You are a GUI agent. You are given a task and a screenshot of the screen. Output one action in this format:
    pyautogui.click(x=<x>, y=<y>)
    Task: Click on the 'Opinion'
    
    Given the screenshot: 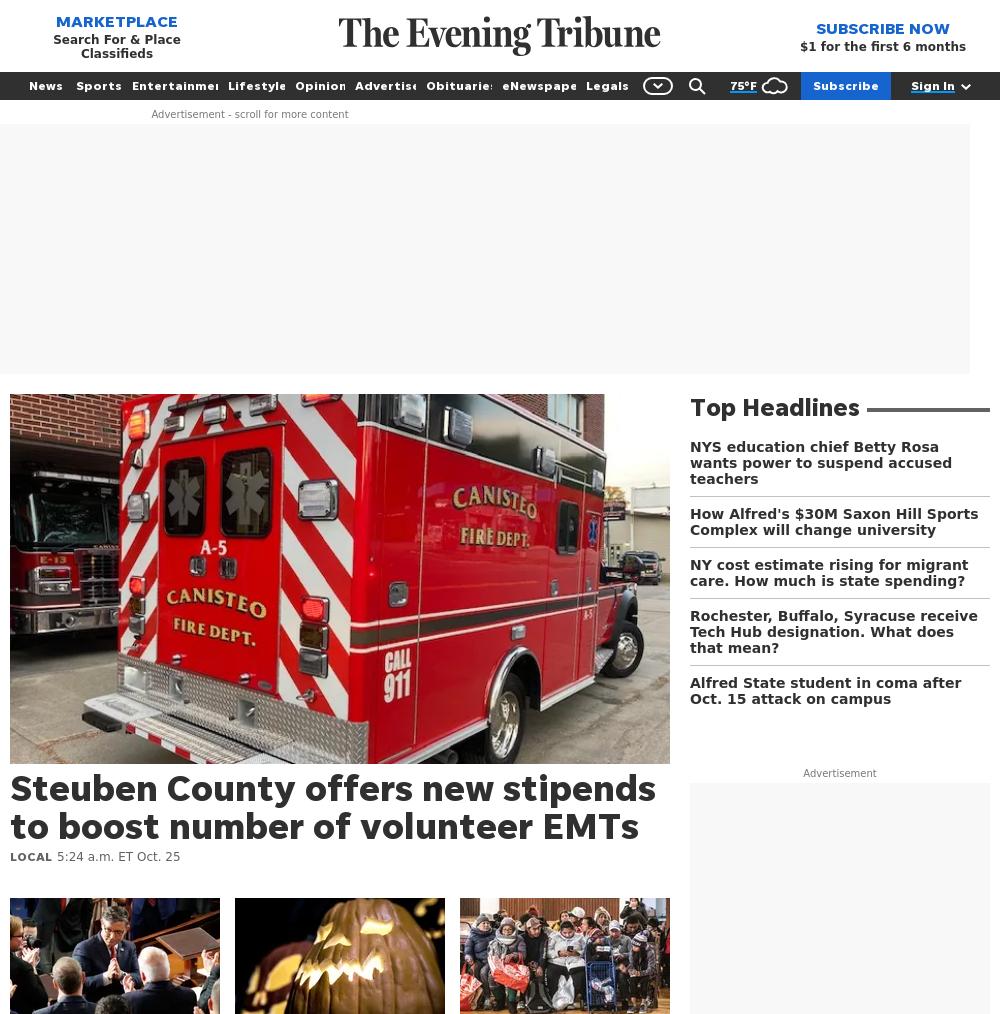 What is the action you would take?
    pyautogui.click(x=319, y=84)
    